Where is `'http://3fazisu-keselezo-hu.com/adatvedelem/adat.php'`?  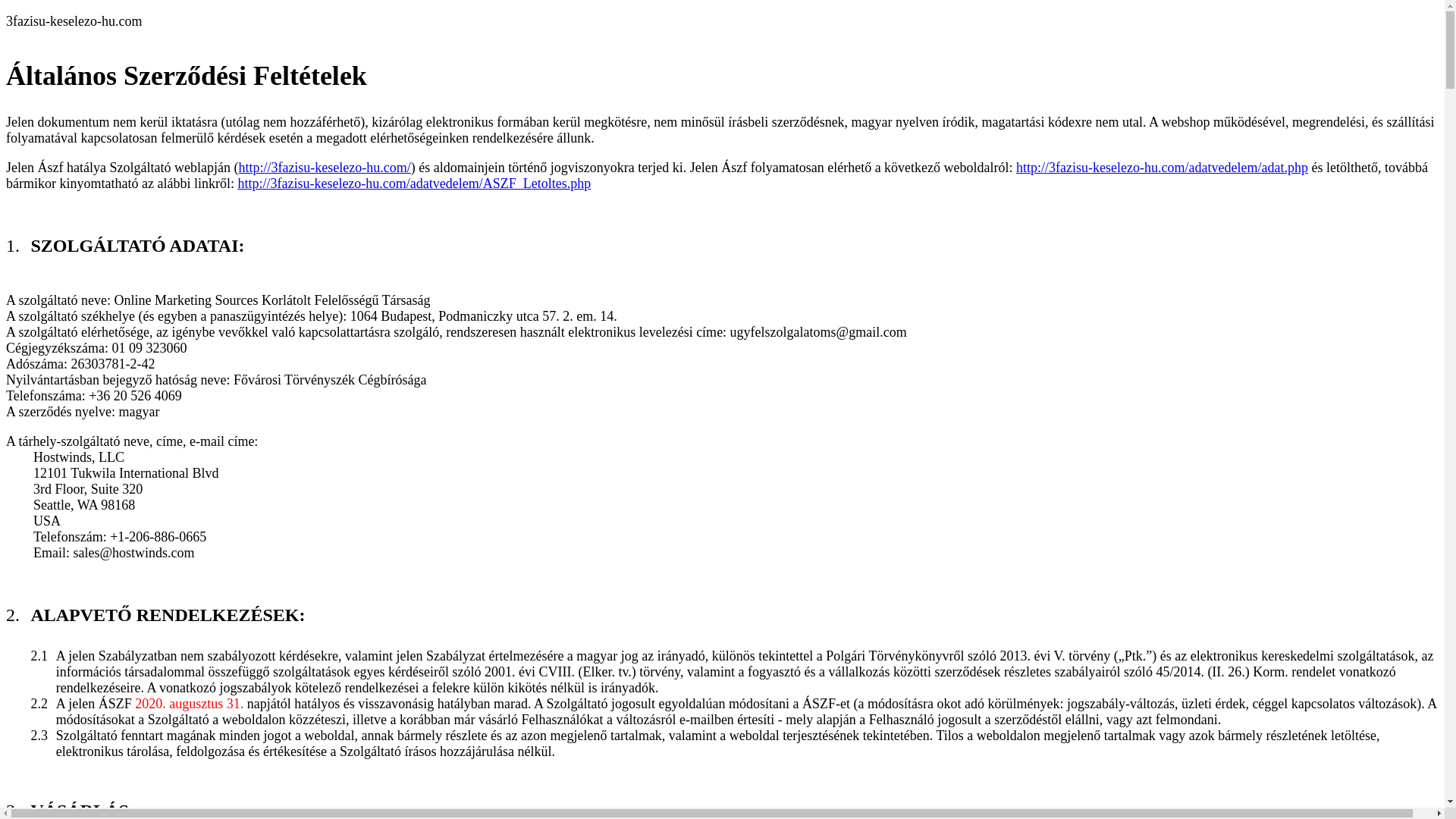 'http://3fazisu-keselezo-hu.com/adatvedelem/adat.php' is located at coordinates (1015, 167).